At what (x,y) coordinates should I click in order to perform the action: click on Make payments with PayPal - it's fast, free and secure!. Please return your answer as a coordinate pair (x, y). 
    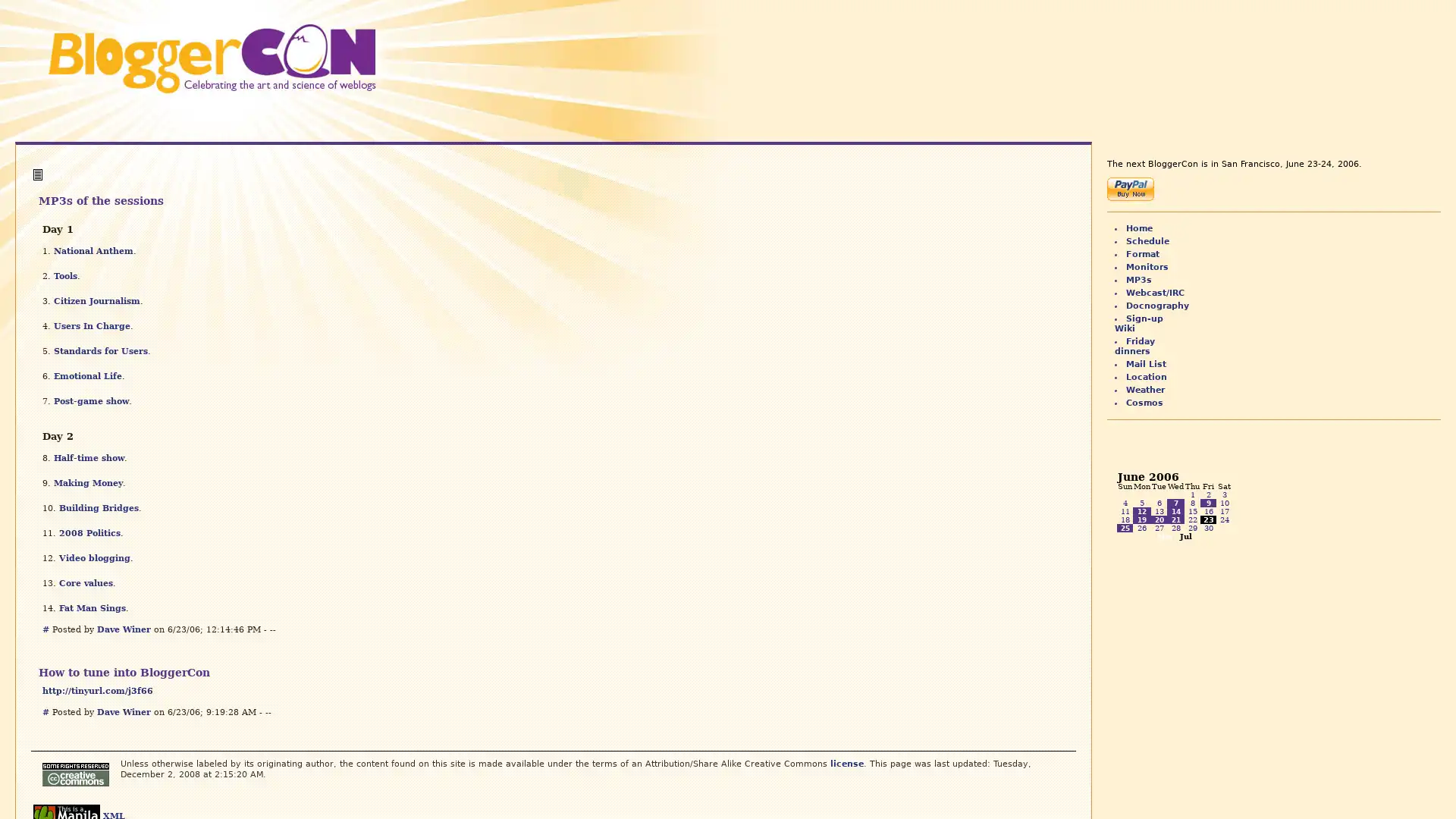
    Looking at the image, I should click on (1131, 188).